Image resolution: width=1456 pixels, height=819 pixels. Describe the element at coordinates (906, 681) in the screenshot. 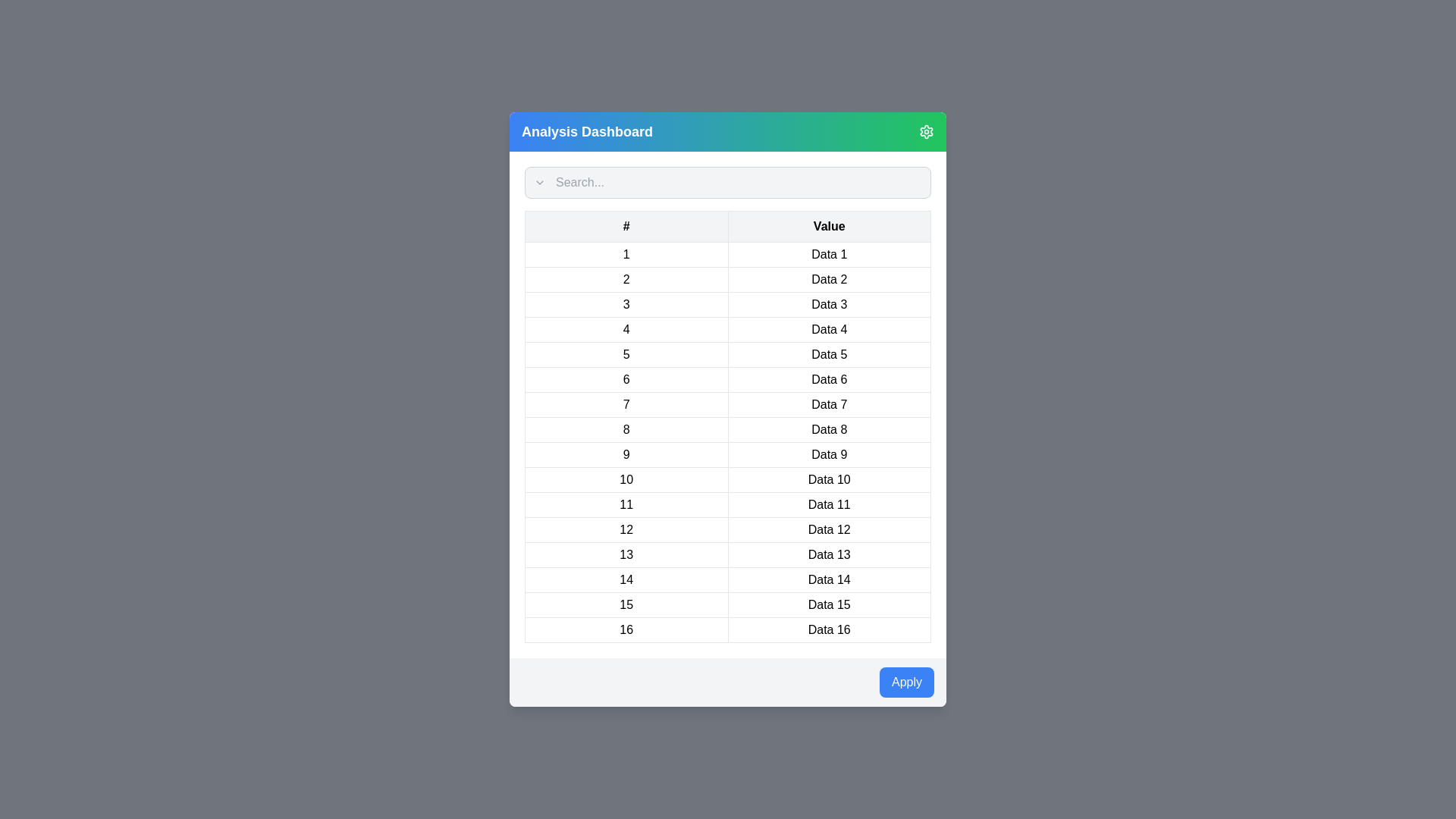

I see `the 'Apply' button to confirm changes` at that location.